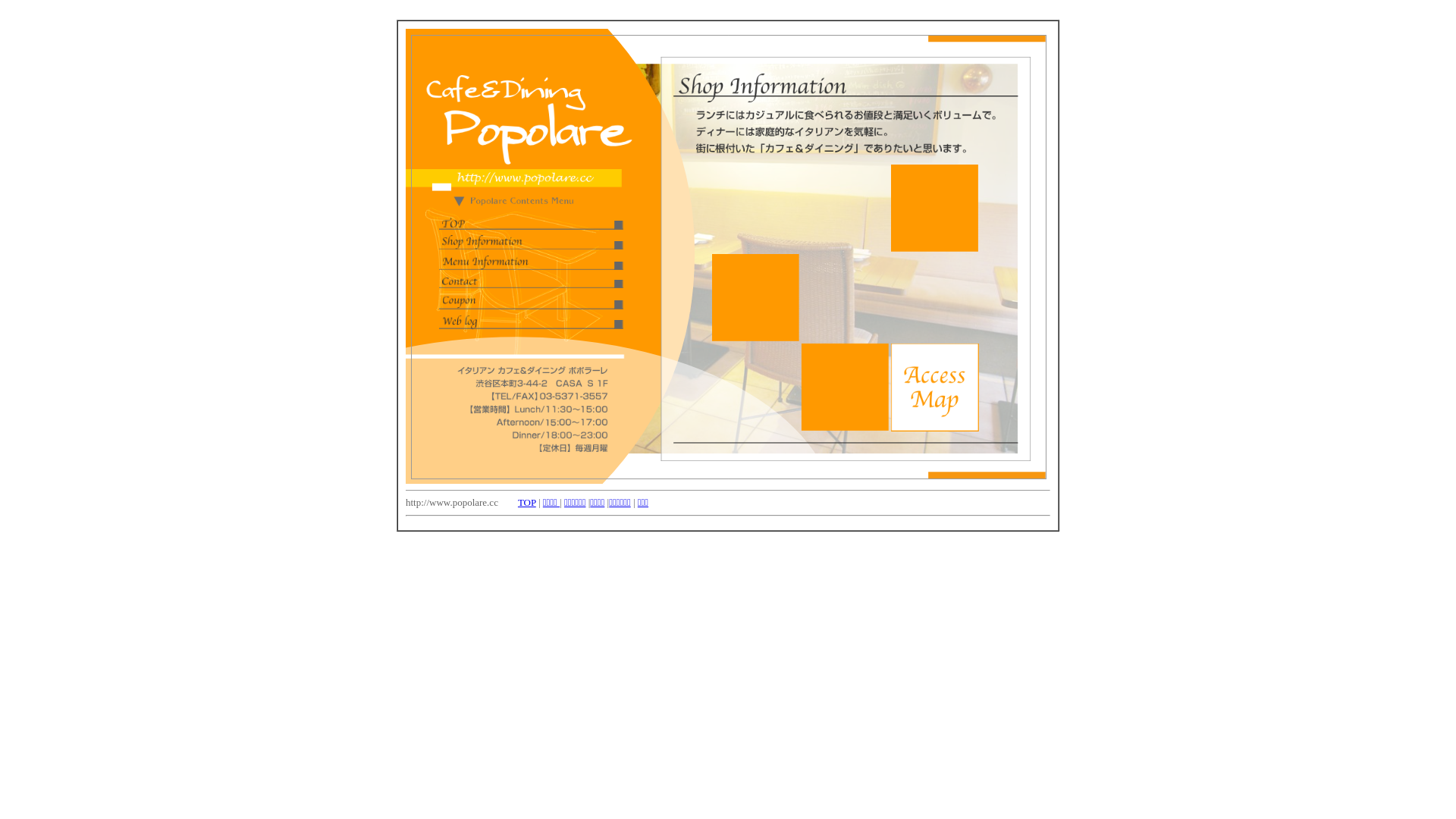 The height and width of the screenshot is (819, 1456). Describe the element at coordinates (517, 502) in the screenshot. I see `'TOP'` at that location.